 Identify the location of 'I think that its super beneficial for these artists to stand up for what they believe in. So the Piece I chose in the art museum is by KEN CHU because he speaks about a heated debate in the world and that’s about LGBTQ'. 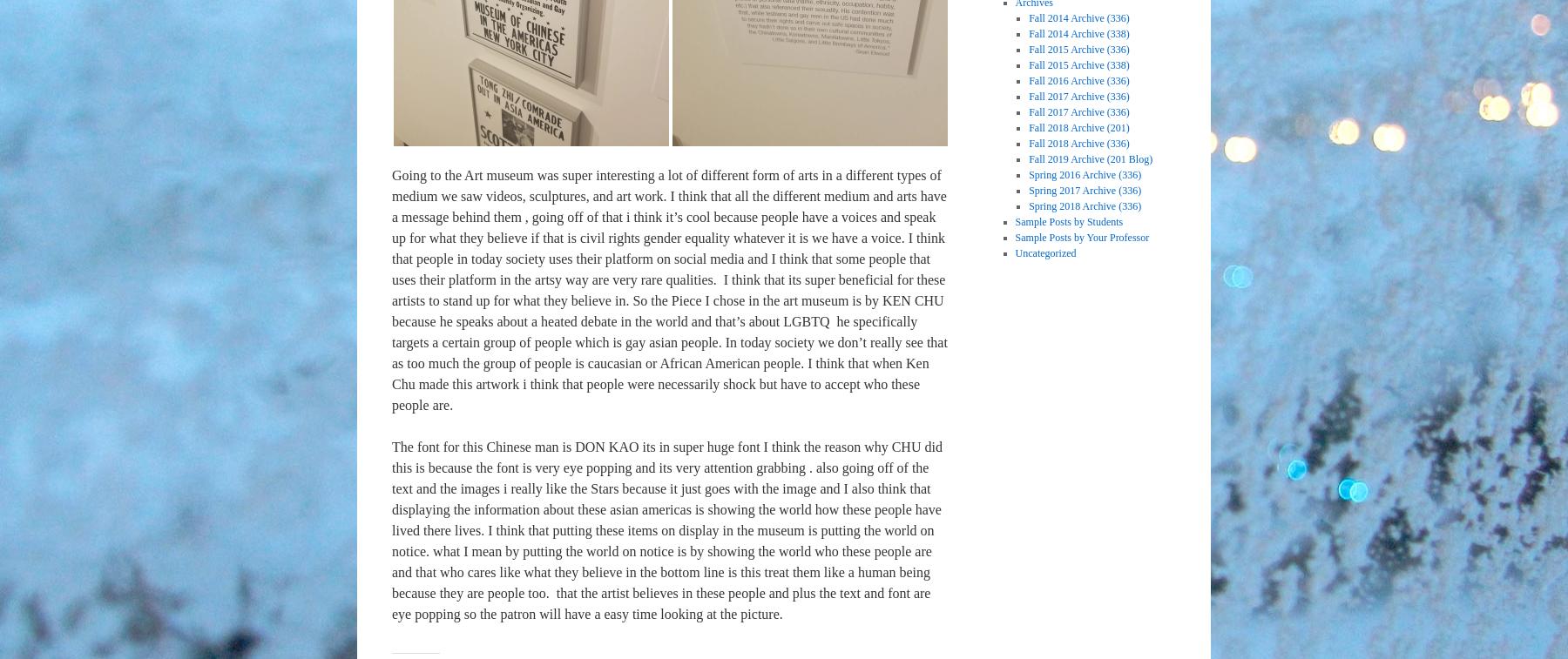
(667, 299).